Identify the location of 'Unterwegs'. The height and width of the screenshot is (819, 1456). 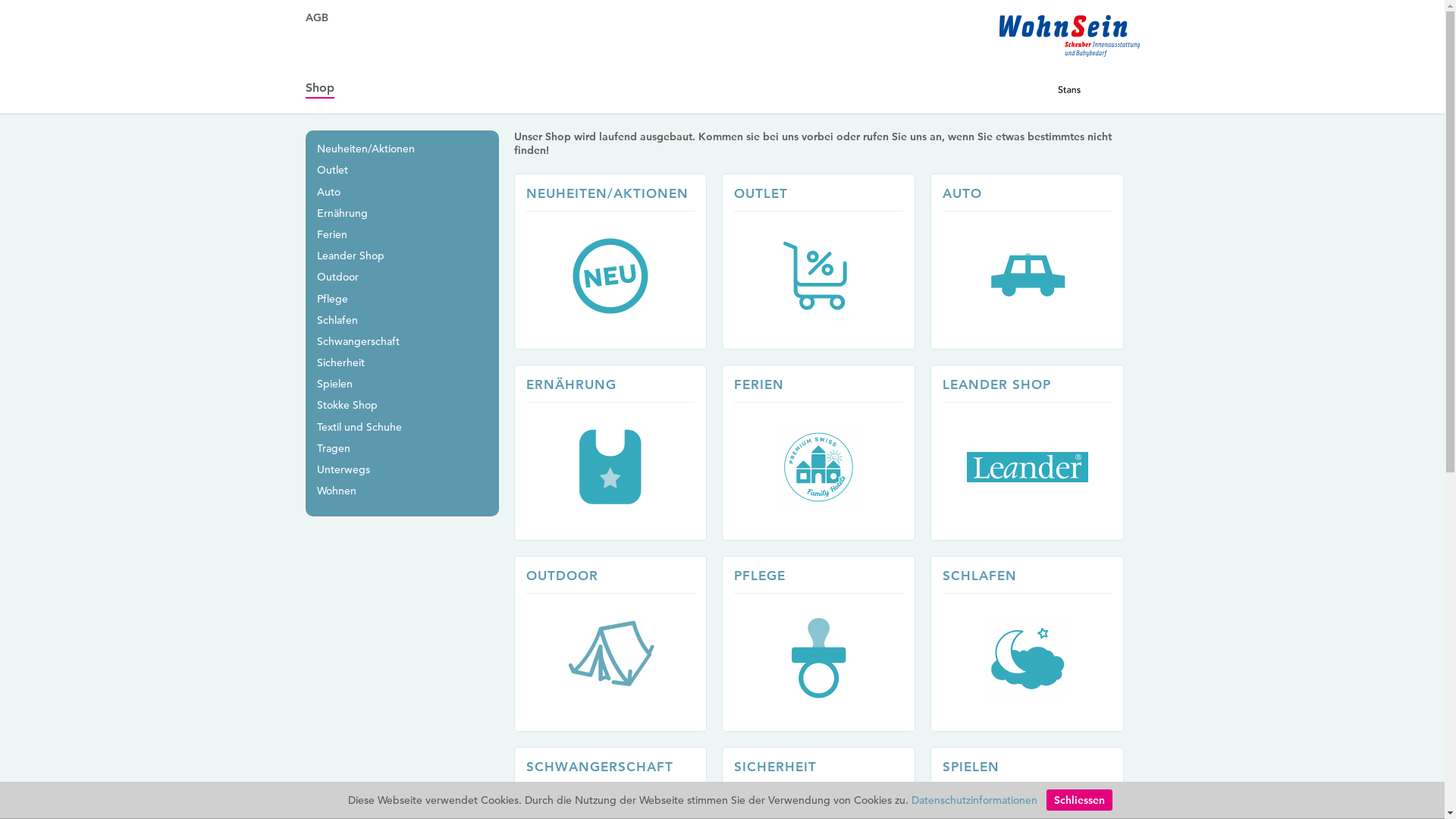
(315, 468).